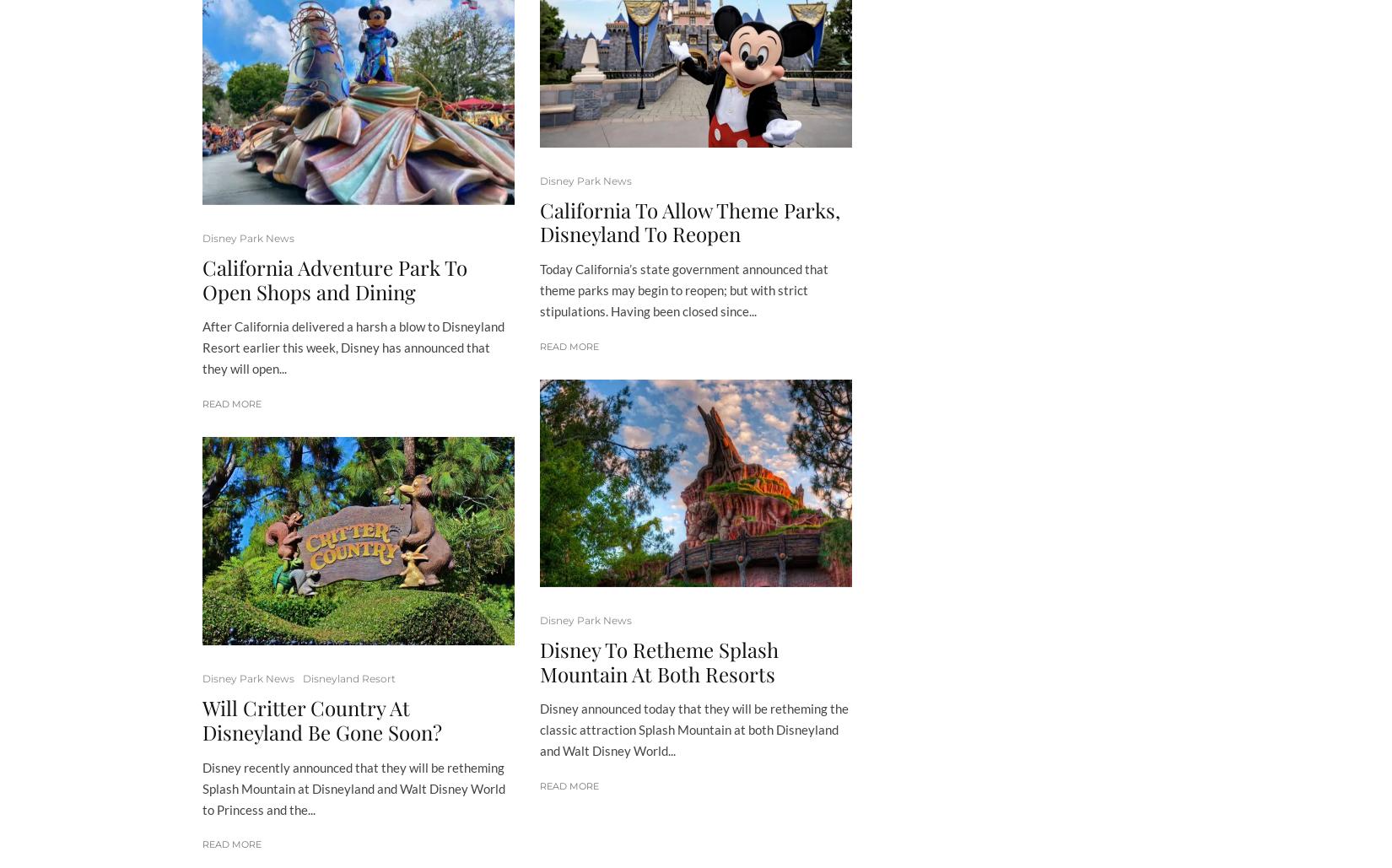 The image size is (1392, 868). Describe the element at coordinates (683, 289) in the screenshot. I see `'Today California’s state government announced that theme parks may begin to reopen; but with strict stipulations. Having been closed since...'` at that location.